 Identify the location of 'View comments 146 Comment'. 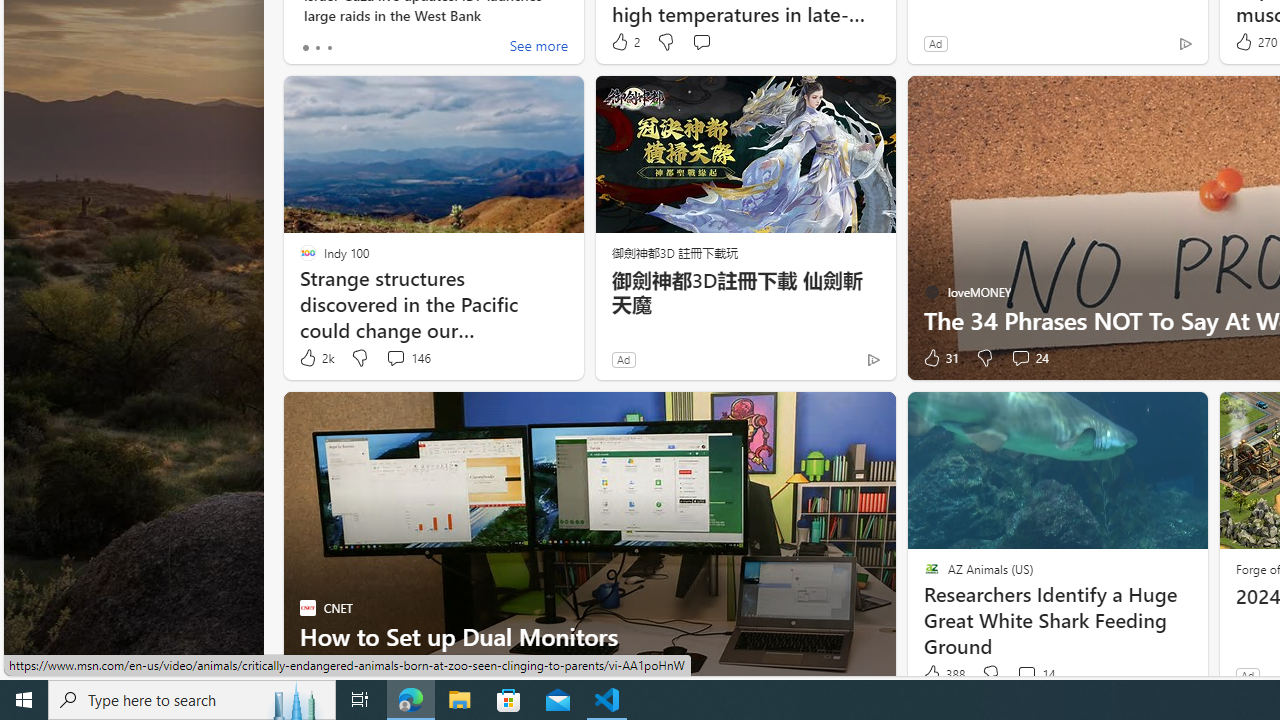
(407, 357).